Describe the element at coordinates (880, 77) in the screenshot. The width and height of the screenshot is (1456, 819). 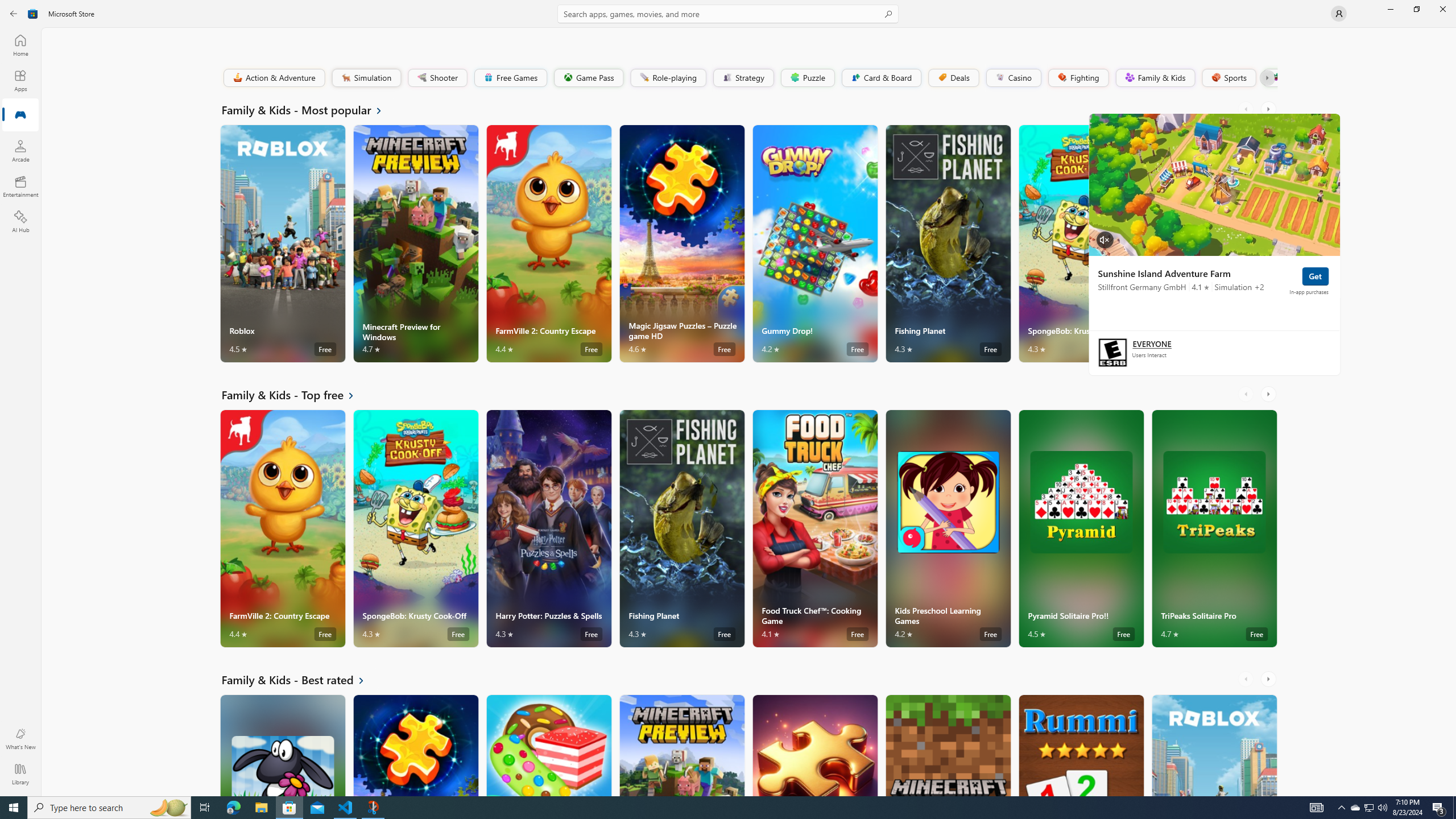
I see `'Card & Board'` at that location.